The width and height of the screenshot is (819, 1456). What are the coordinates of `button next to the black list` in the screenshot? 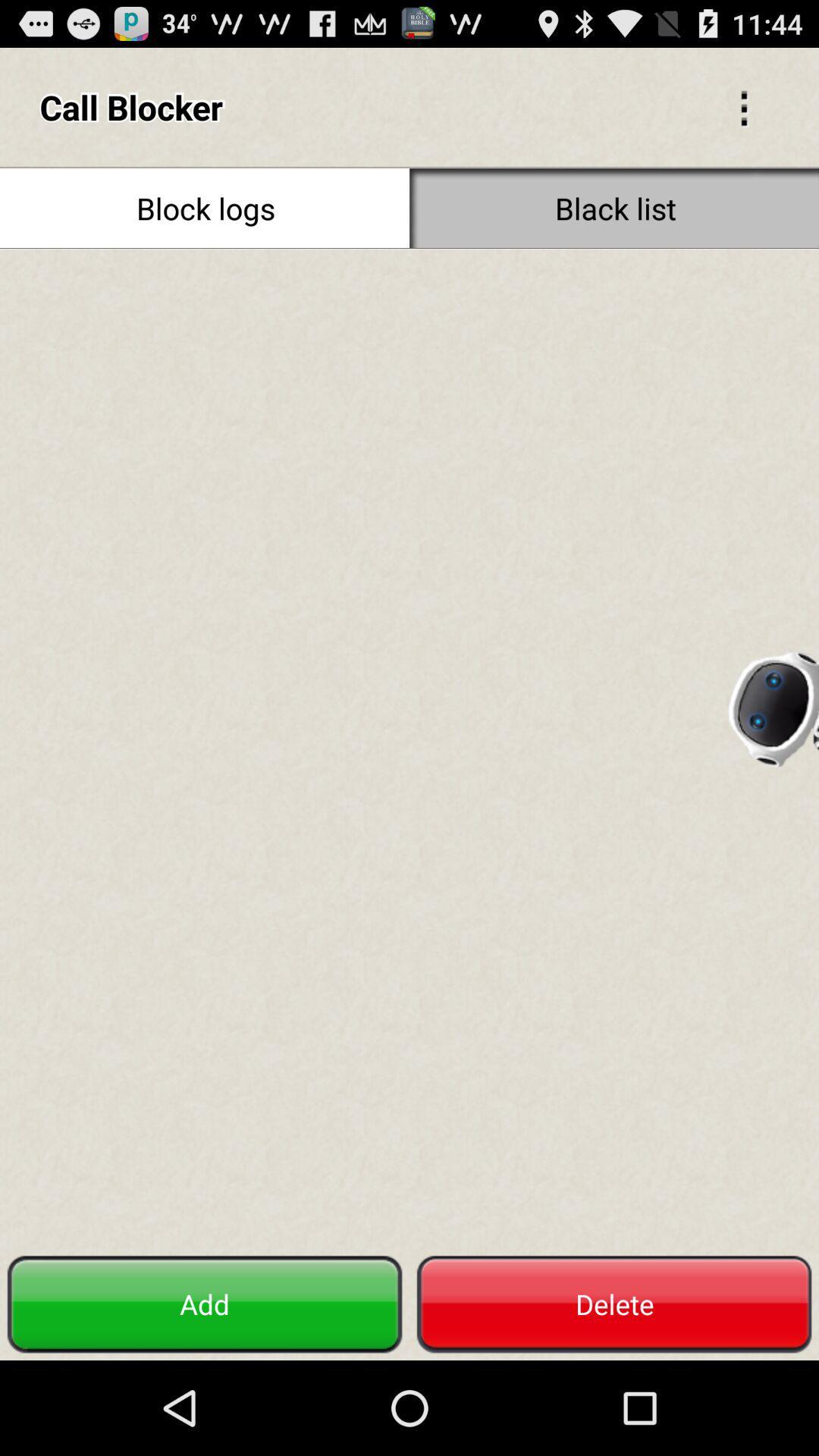 It's located at (205, 207).